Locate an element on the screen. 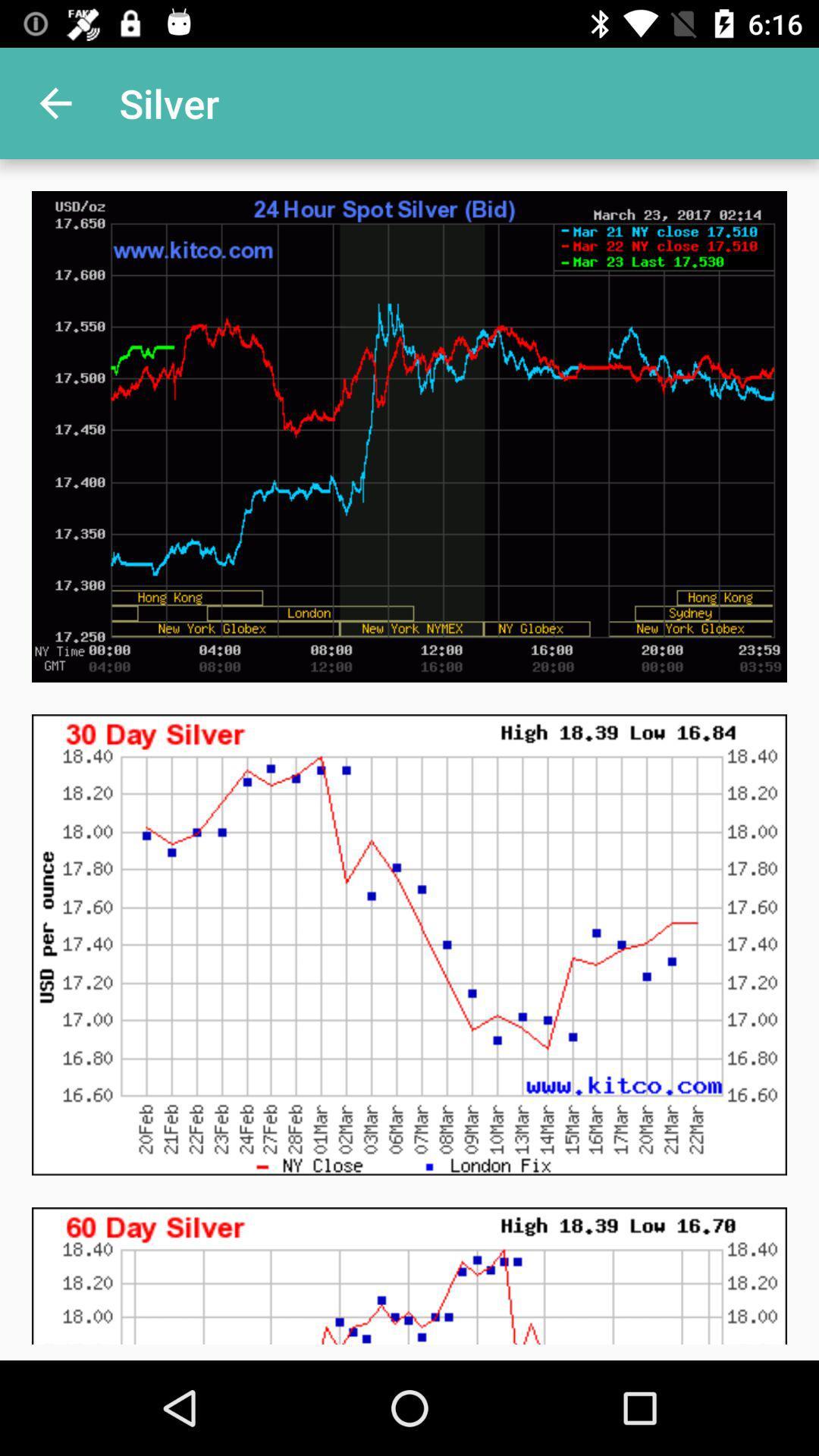 This screenshot has height=1456, width=819. item to the left of silver icon is located at coordinates (55, 102).